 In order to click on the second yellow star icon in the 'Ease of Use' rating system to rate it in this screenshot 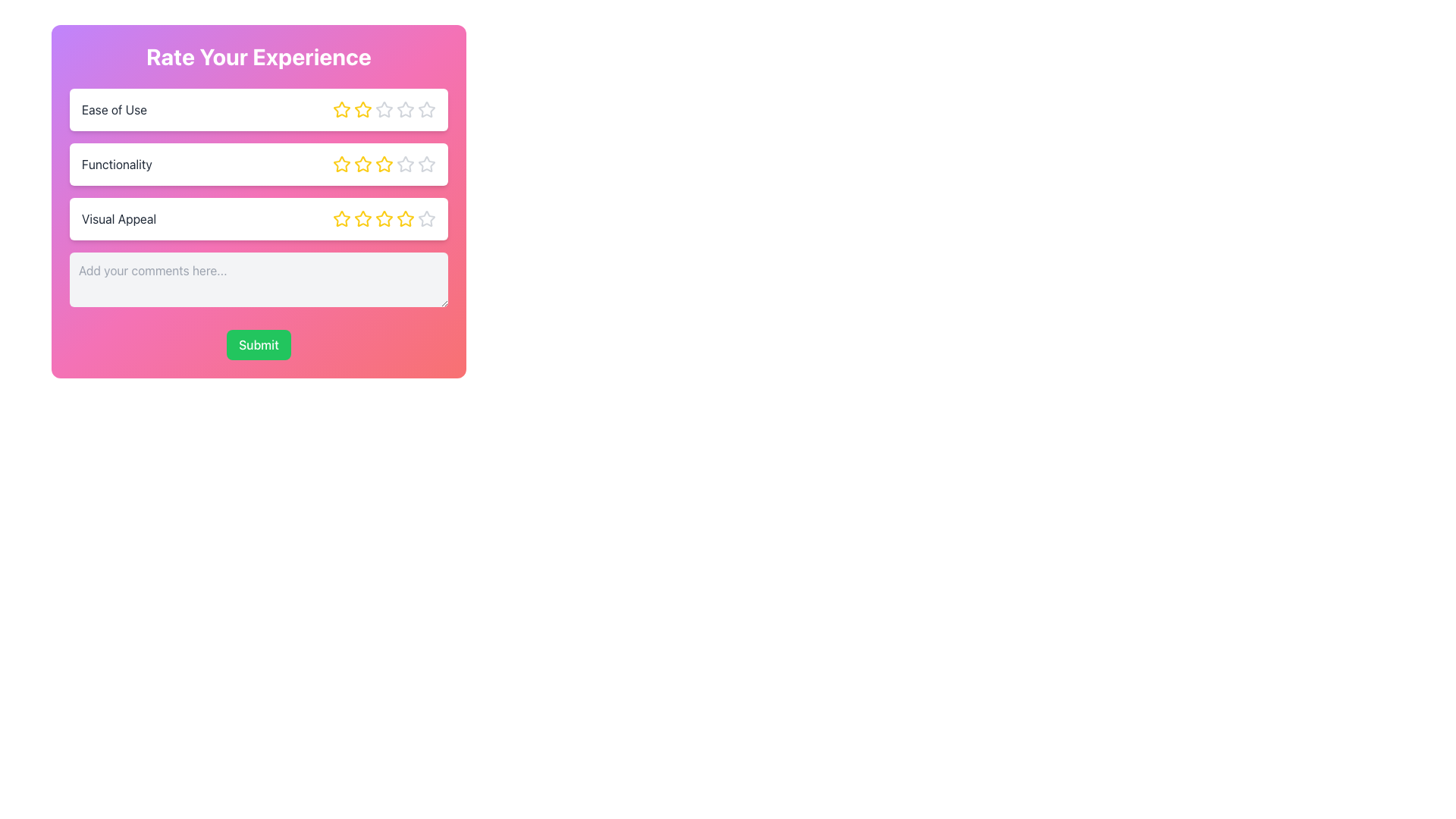, I will do `click(362, 108)`.